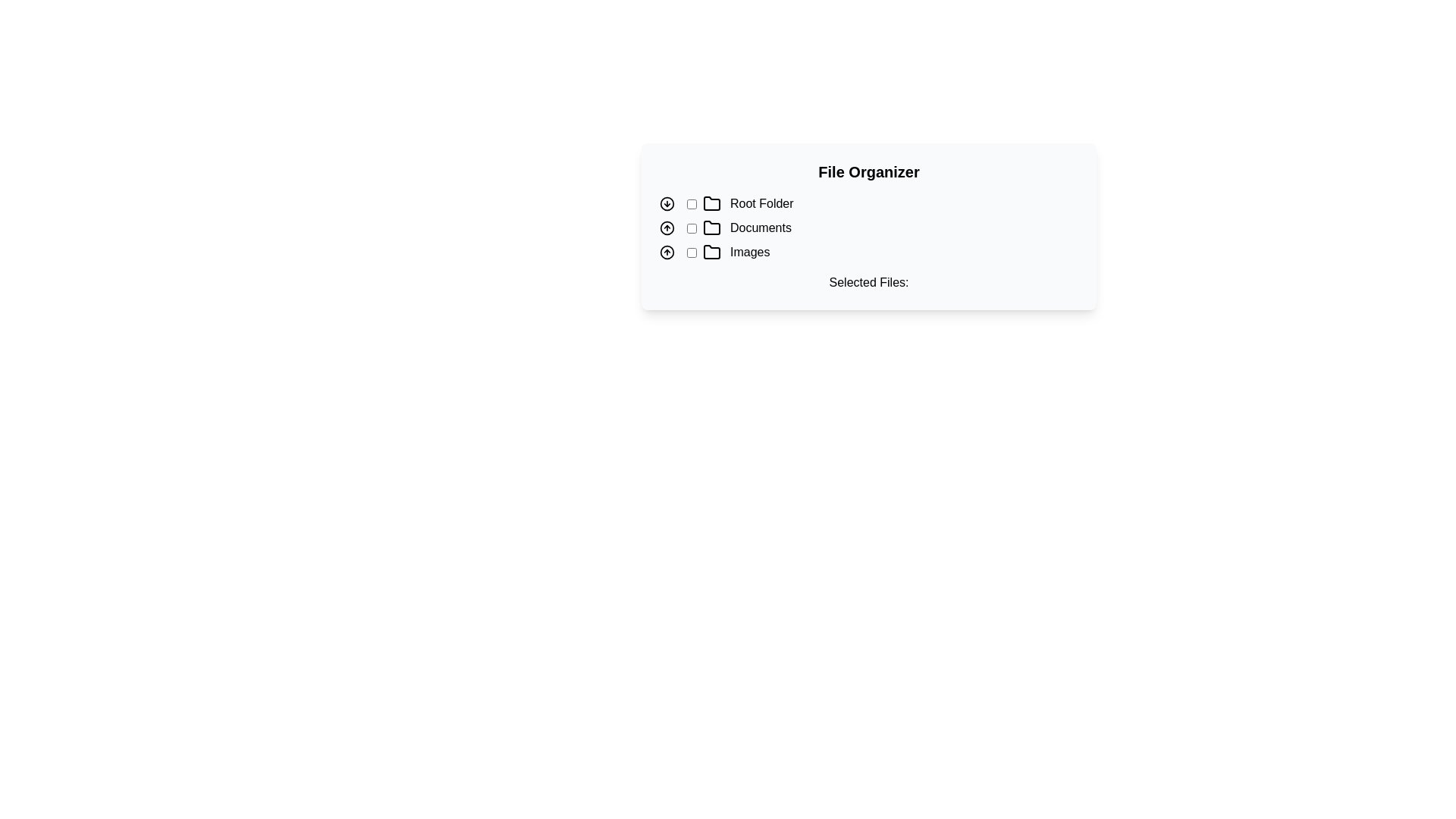  Describe the element at coordinates (691, 251) in the screenshot. I see `the checkbox that is located next to the text 'Images' in the File Organizer section, which is the third checkbox in a vertical list` at that location.